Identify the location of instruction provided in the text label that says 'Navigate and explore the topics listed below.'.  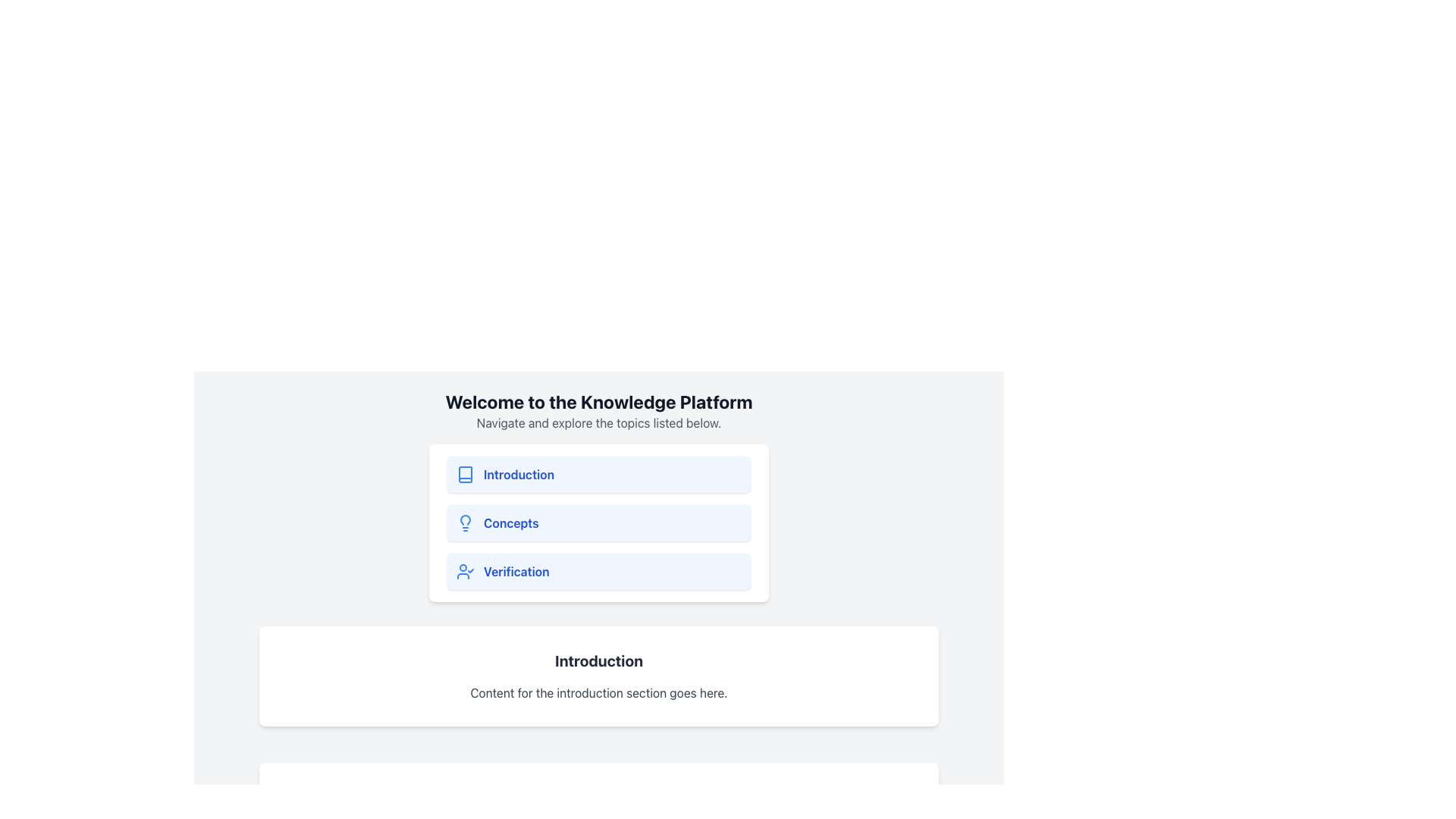
(598, 423).